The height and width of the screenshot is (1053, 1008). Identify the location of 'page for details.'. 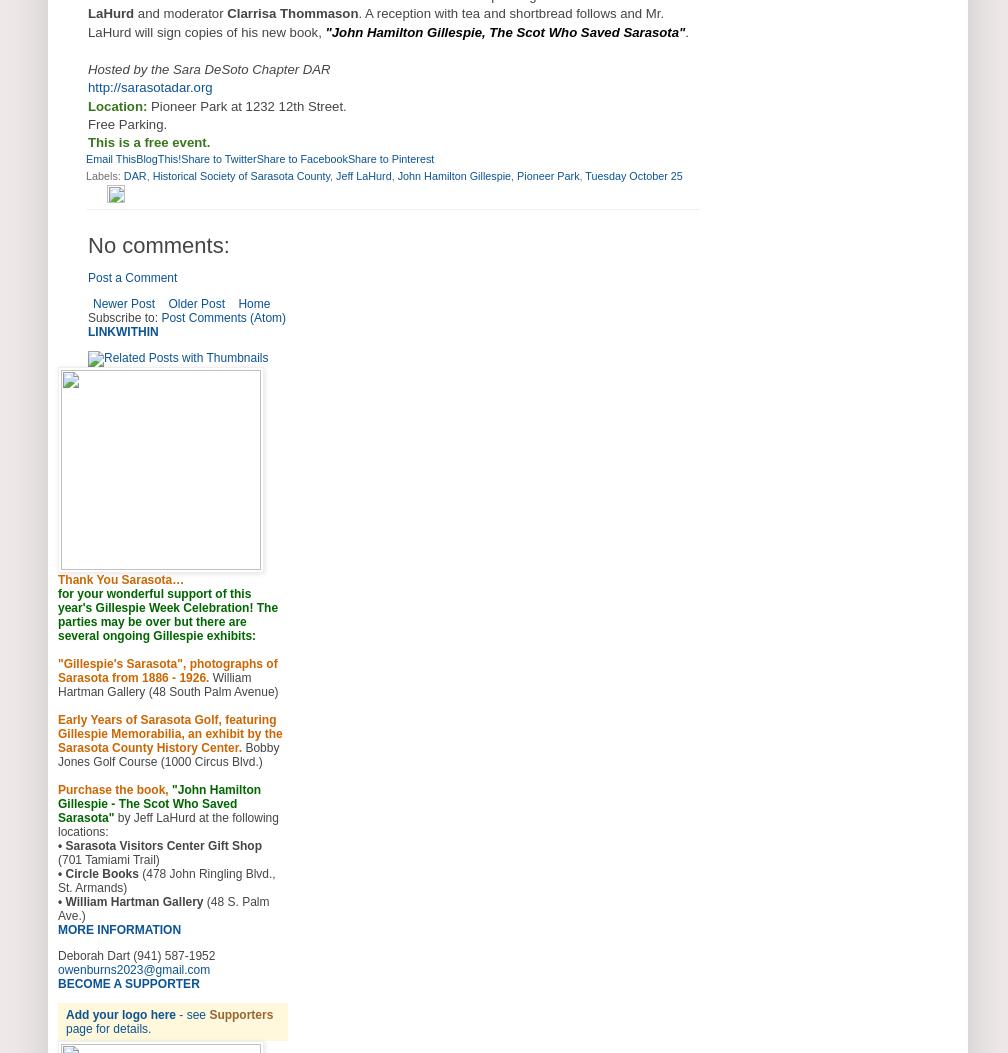
(108, 1027).